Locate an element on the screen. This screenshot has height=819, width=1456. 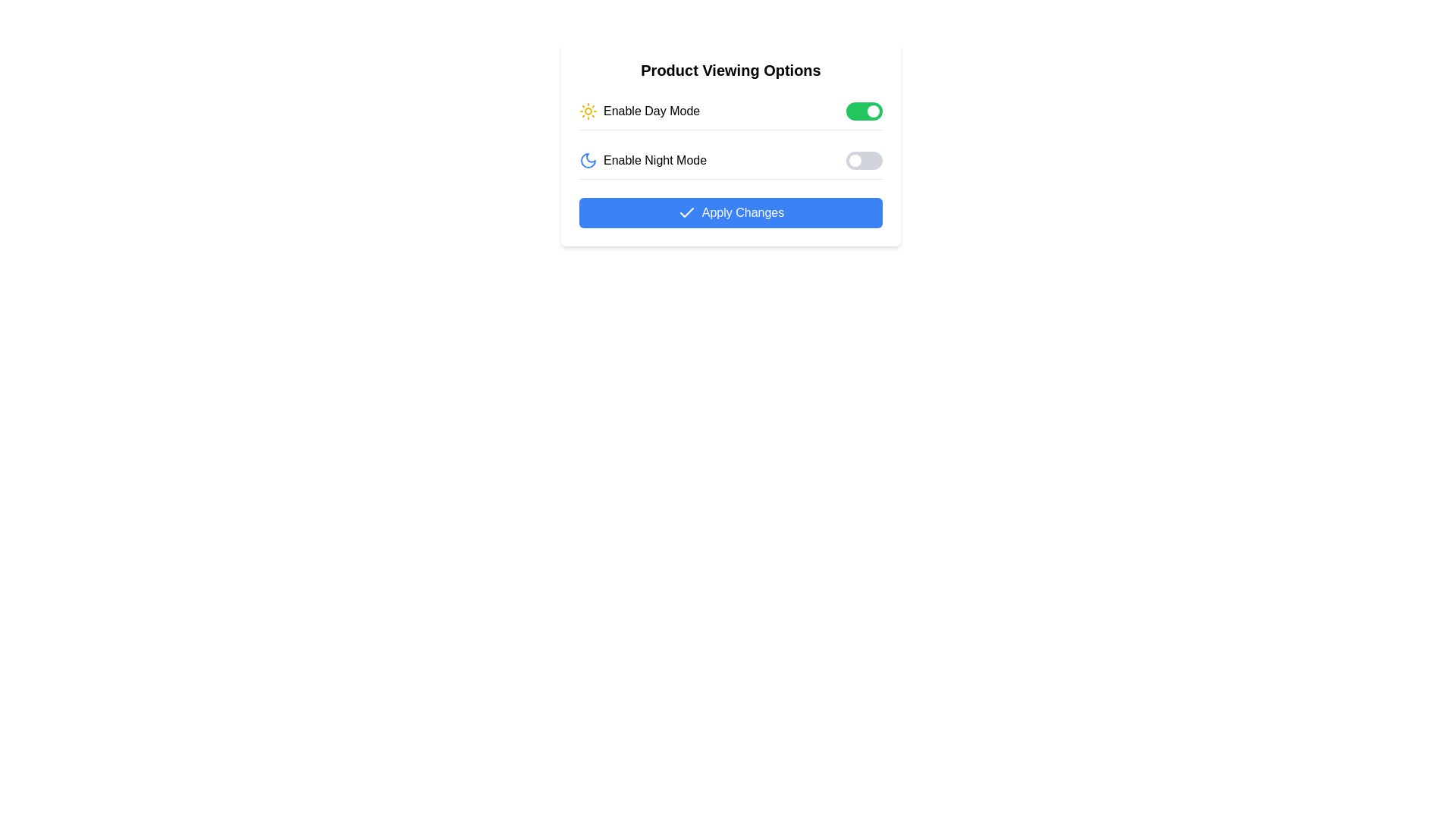
the Text label that describes the action controlled by the associated toggle switch for enabling or disabling night mode, located in the second row of options within the 'Product Viewing Options' section is located at coordinates (655, 161).